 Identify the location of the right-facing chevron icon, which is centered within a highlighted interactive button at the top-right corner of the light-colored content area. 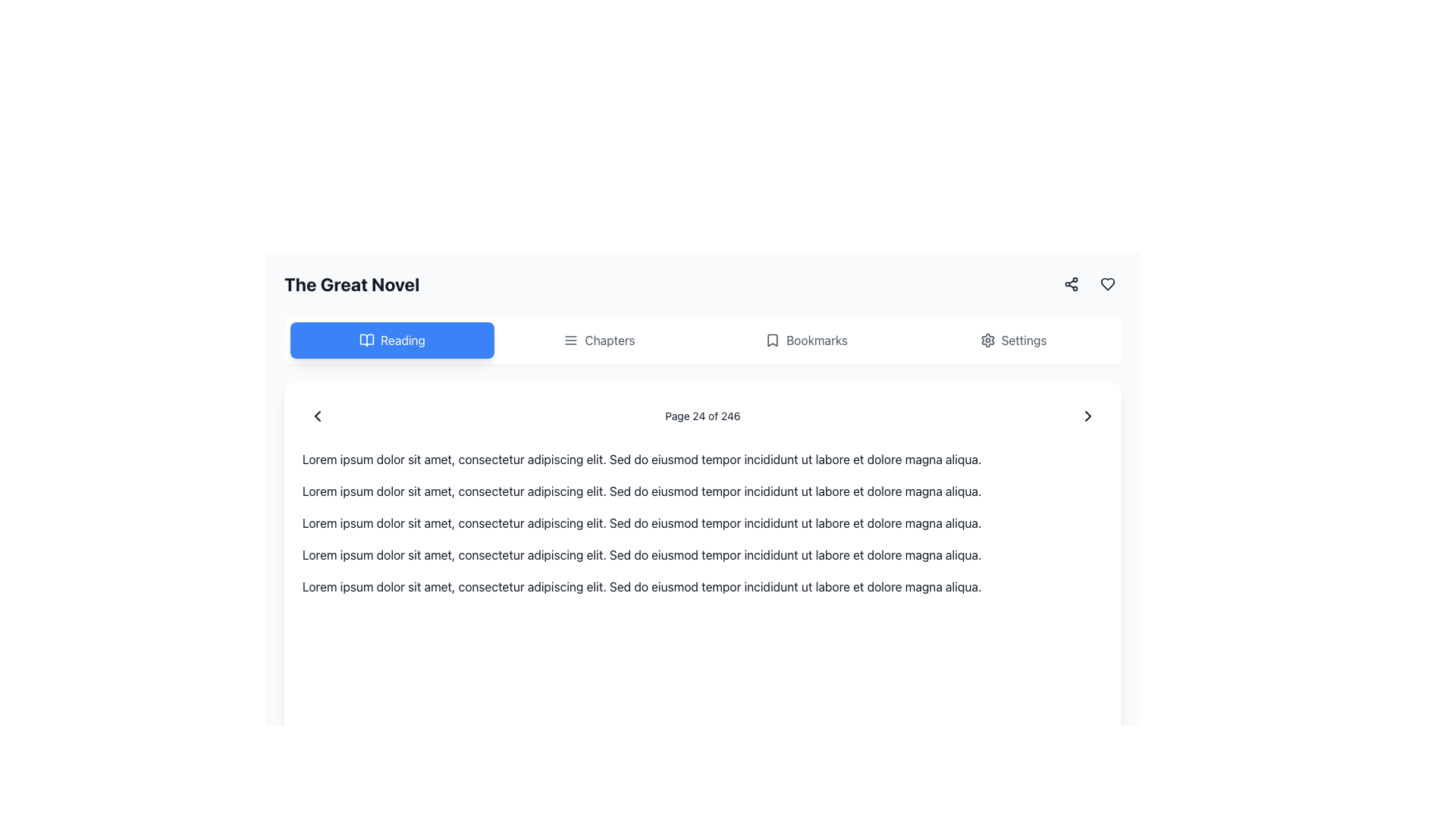
(1087, 416).